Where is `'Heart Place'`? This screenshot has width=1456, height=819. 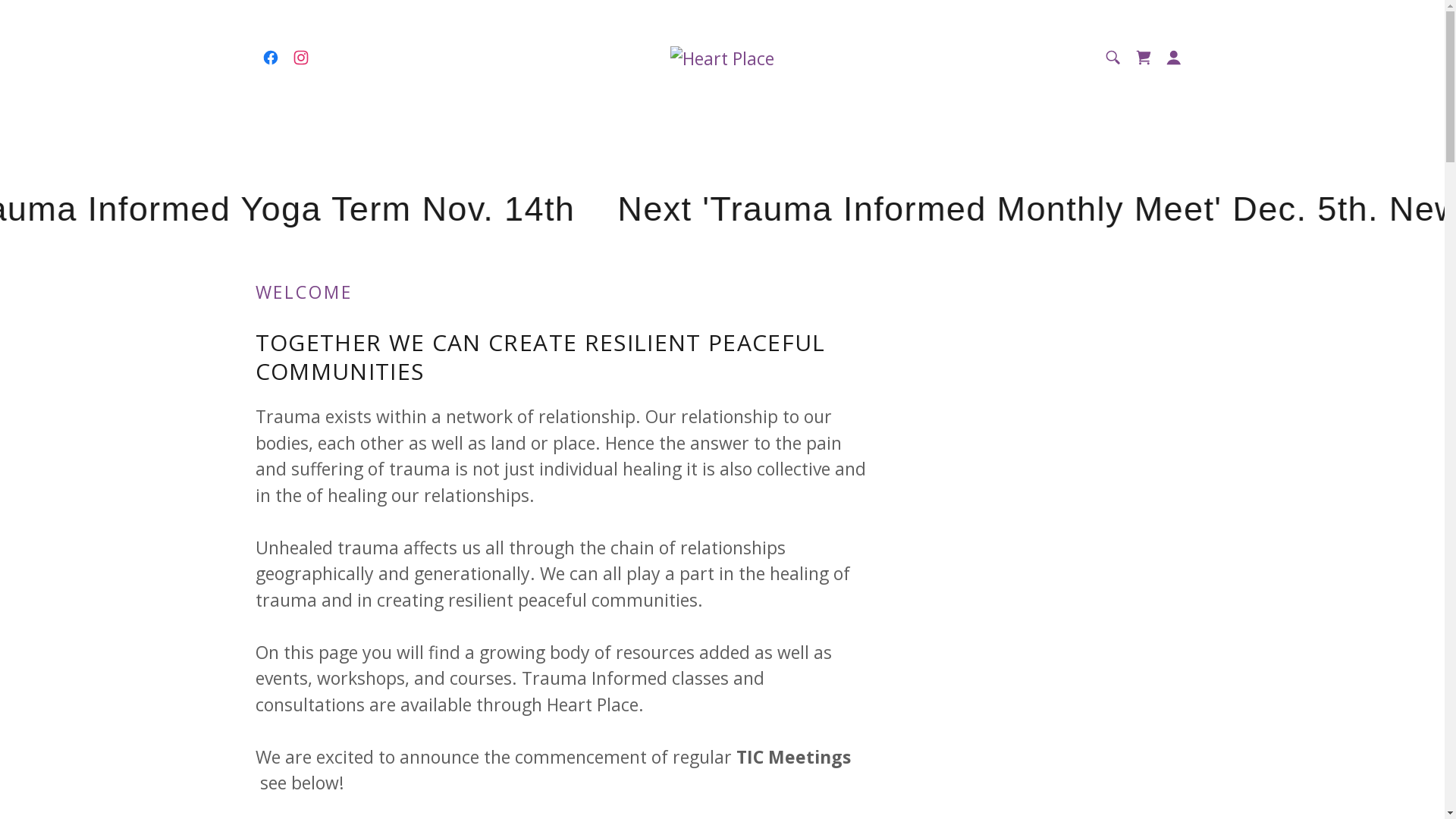
'Heart Place' is located at coordinates (669, 55).